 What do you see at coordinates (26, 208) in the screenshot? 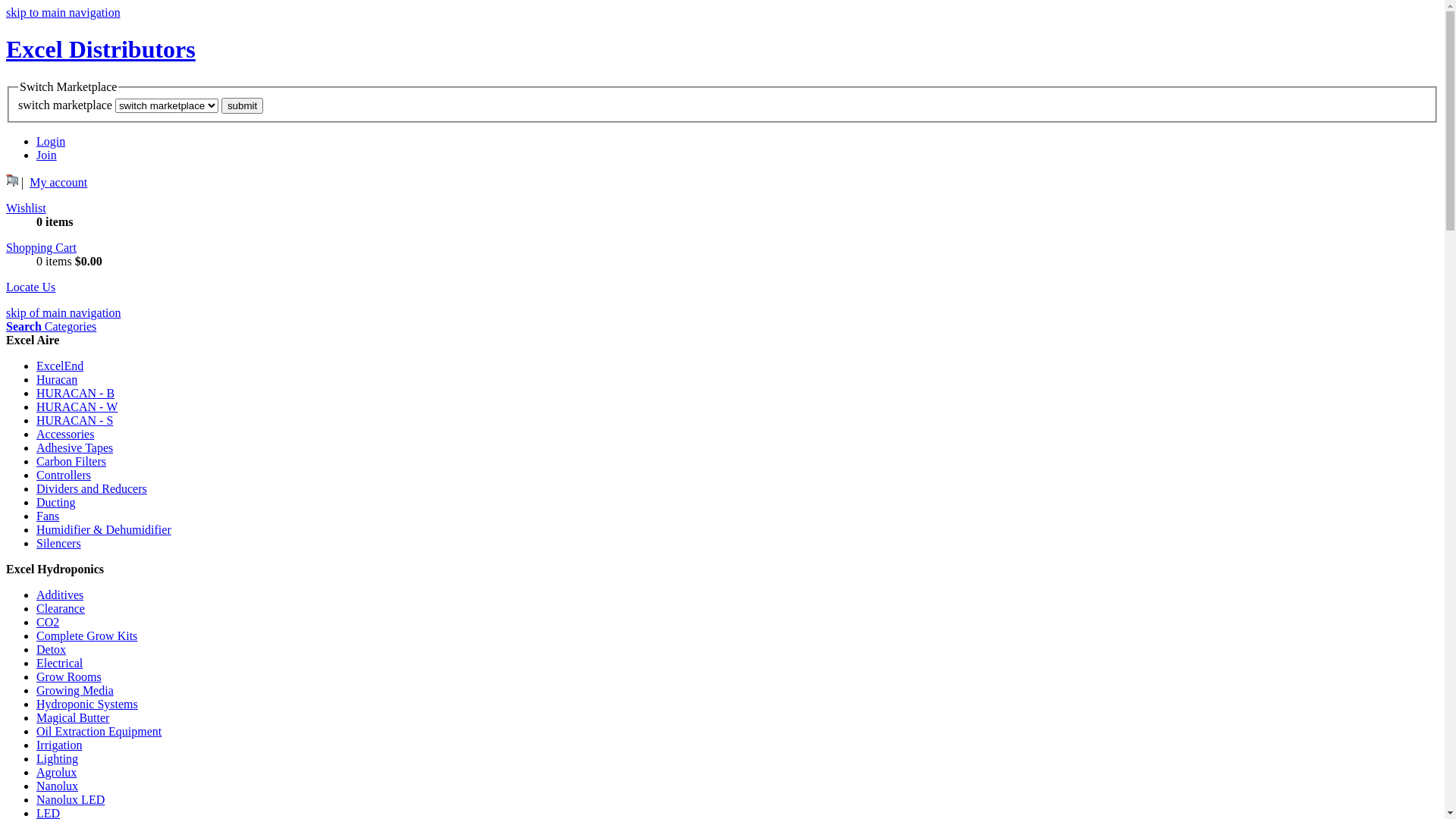
I see `'Wishlist'` at bounding box center [26, 208].